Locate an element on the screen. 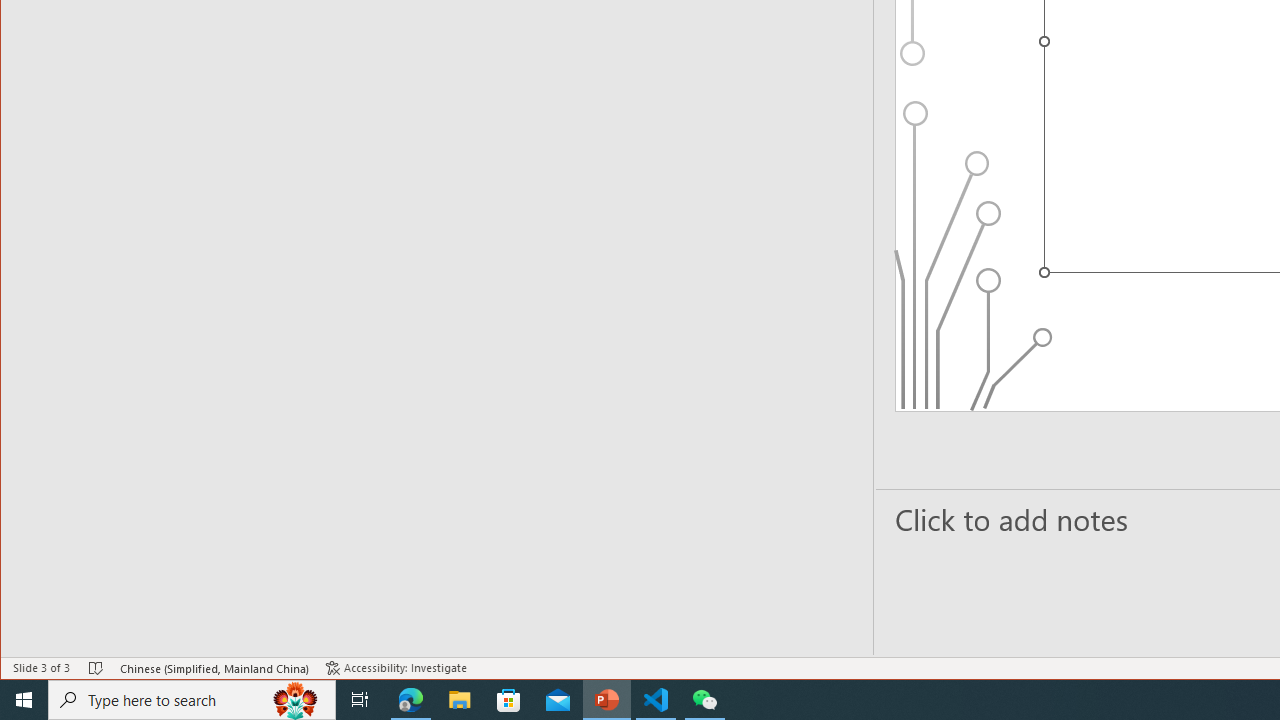 This screenshot has height=720, width=1280. 'Start' is located at coordinates (24, 698).